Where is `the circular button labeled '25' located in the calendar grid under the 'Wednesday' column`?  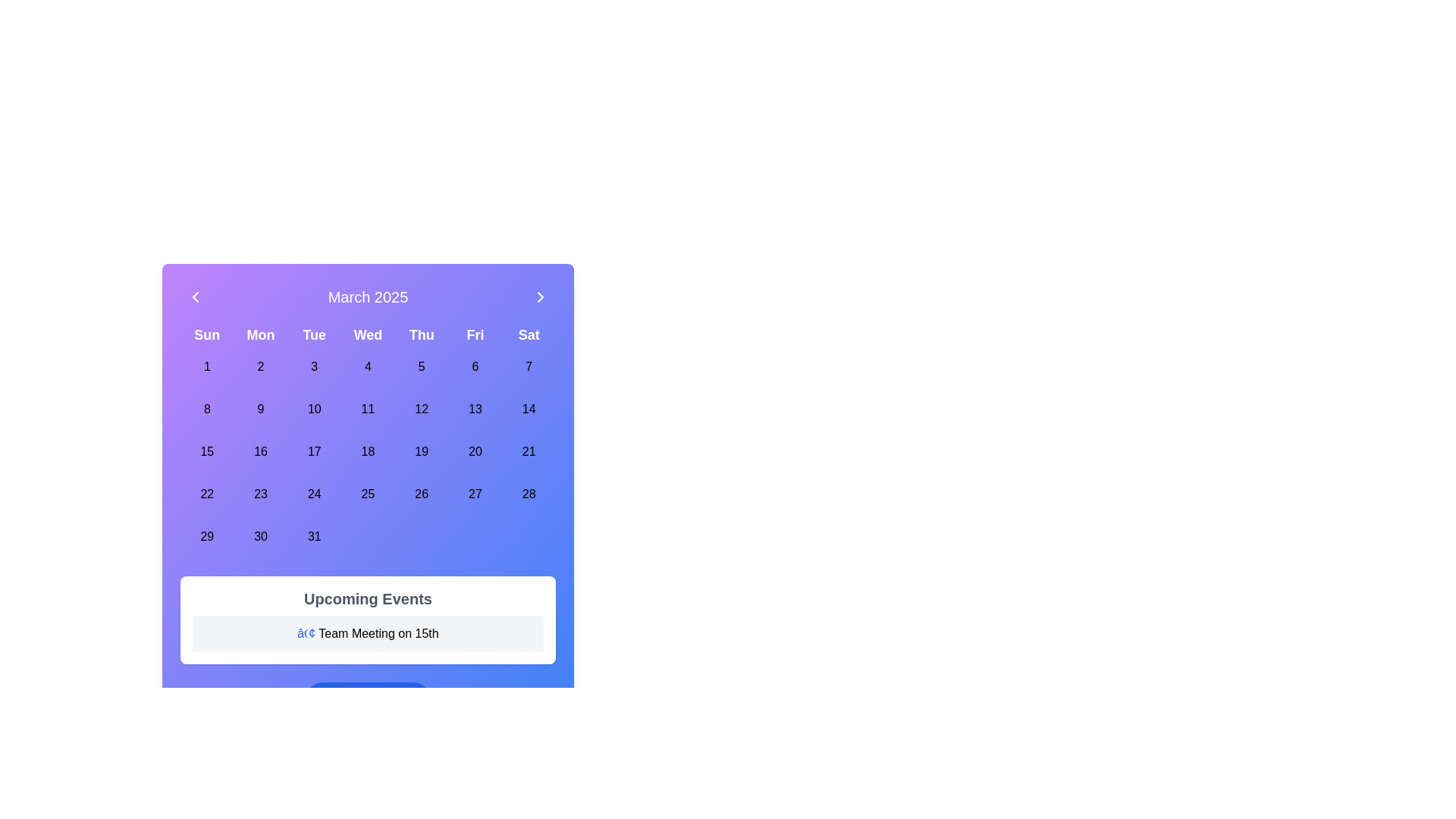
the circular button labeled '25' located in the calendar grid under the 'Wednesday' column is located at coordinates (368, 494).